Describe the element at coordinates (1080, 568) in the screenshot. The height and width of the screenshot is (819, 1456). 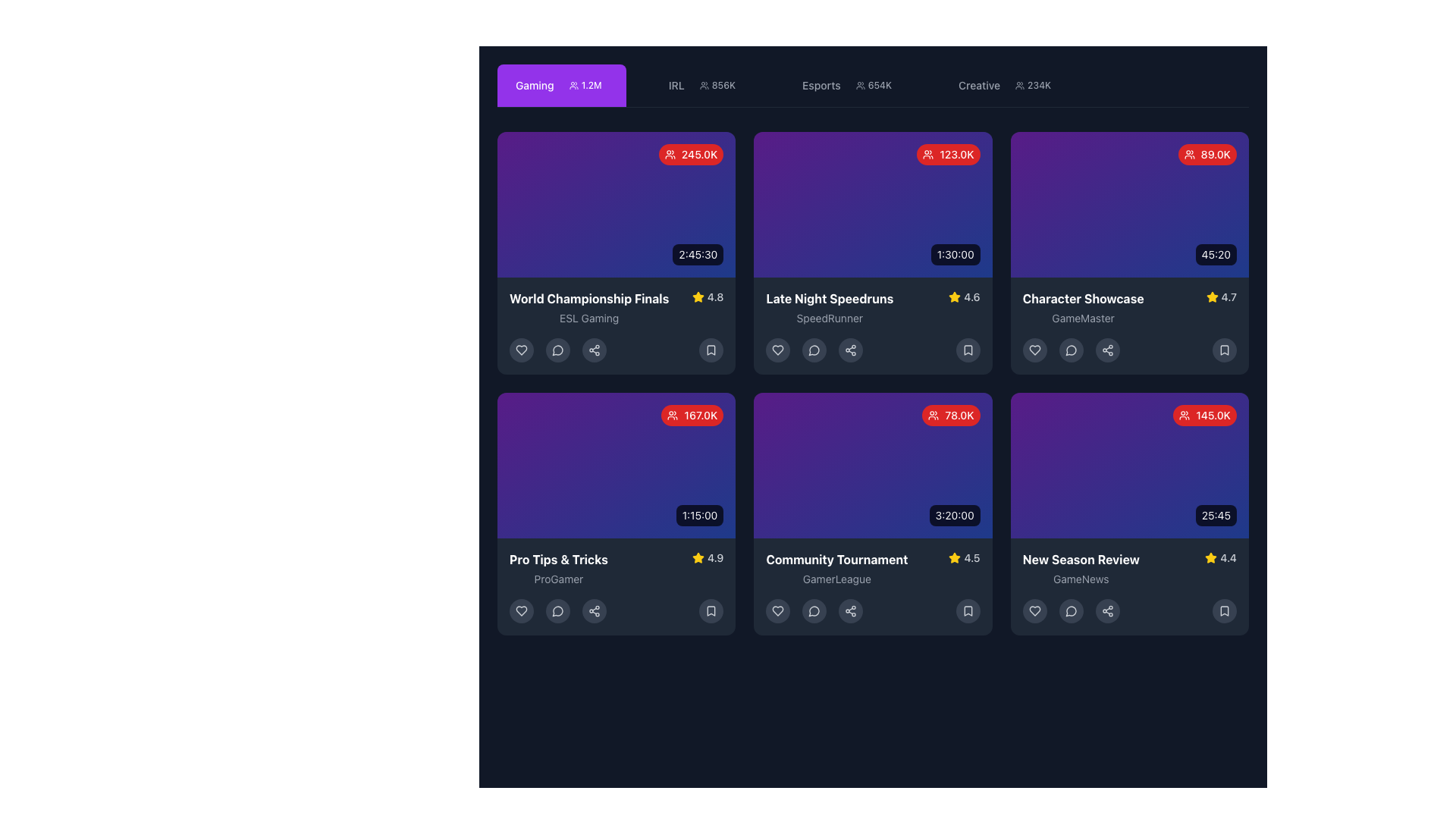
I see `the textual label located at the bottom-right corner of the card, which provides a title and subtitle for the content, positioned below a purple section with a numerical indicator and to the left of a star rating icon` at that location.